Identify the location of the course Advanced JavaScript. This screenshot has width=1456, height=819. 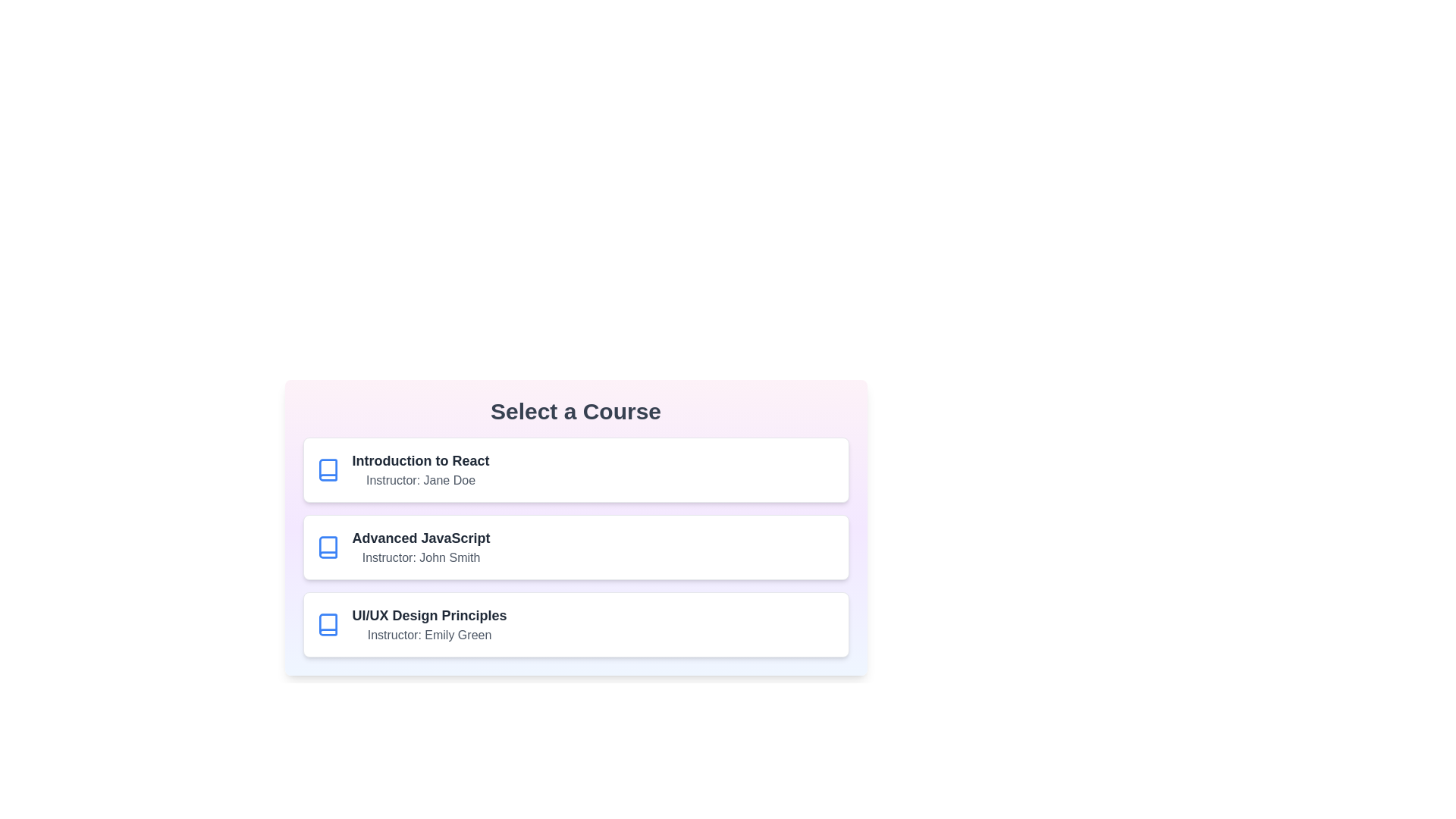
(575, 547).